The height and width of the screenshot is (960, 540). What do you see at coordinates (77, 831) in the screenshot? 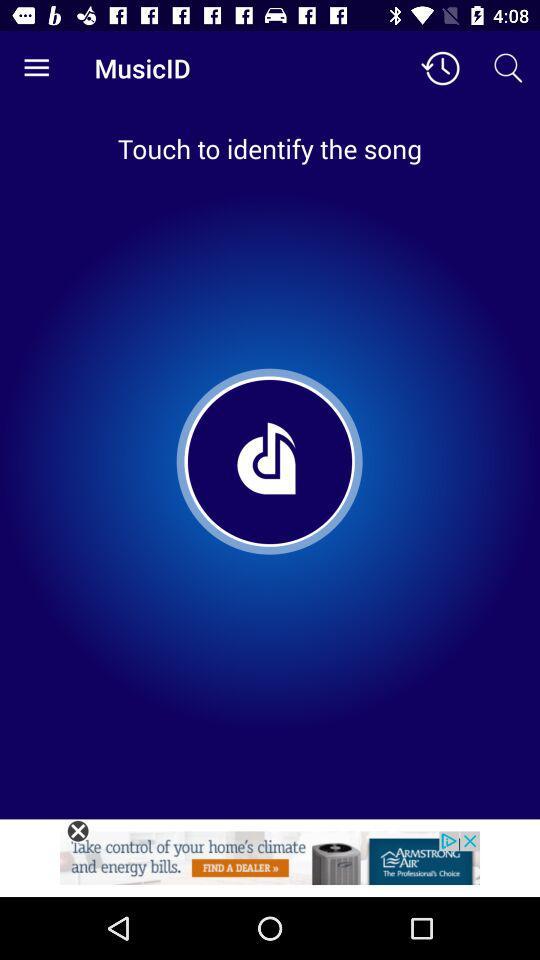
I see `this advertisement` at bounding box center [77, 831].